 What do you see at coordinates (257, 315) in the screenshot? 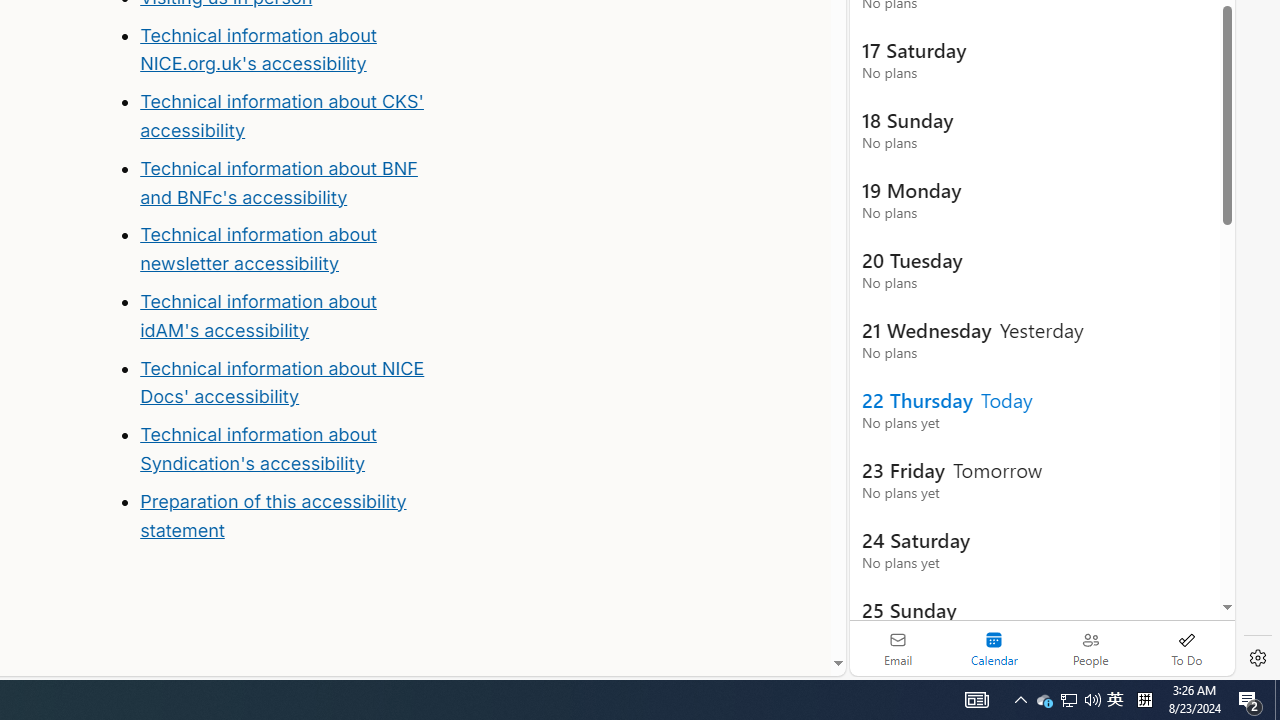
I see `'Technical information about idAM'` at bounding box center [257, 315].